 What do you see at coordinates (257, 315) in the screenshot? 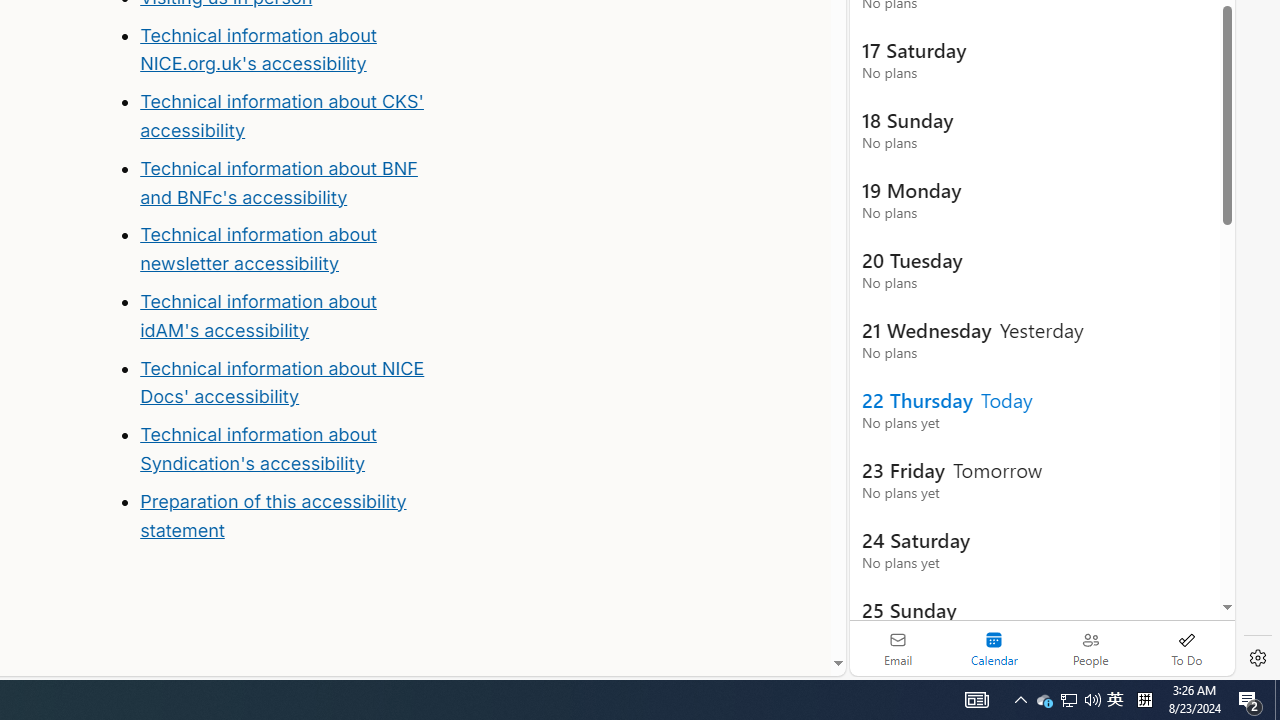
I see `'Technical information about idAM'` at bounding box center [257, 315].